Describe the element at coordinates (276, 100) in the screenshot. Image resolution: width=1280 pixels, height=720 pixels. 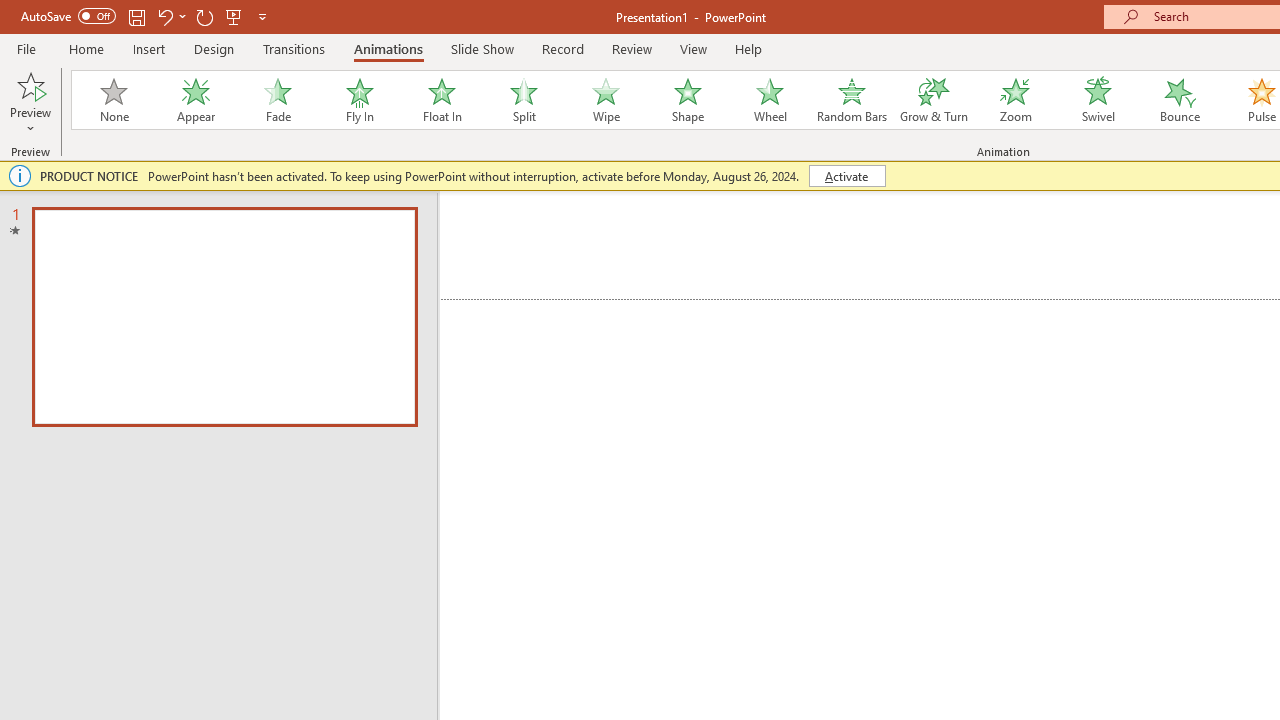
I see `'Fade'` at that location.